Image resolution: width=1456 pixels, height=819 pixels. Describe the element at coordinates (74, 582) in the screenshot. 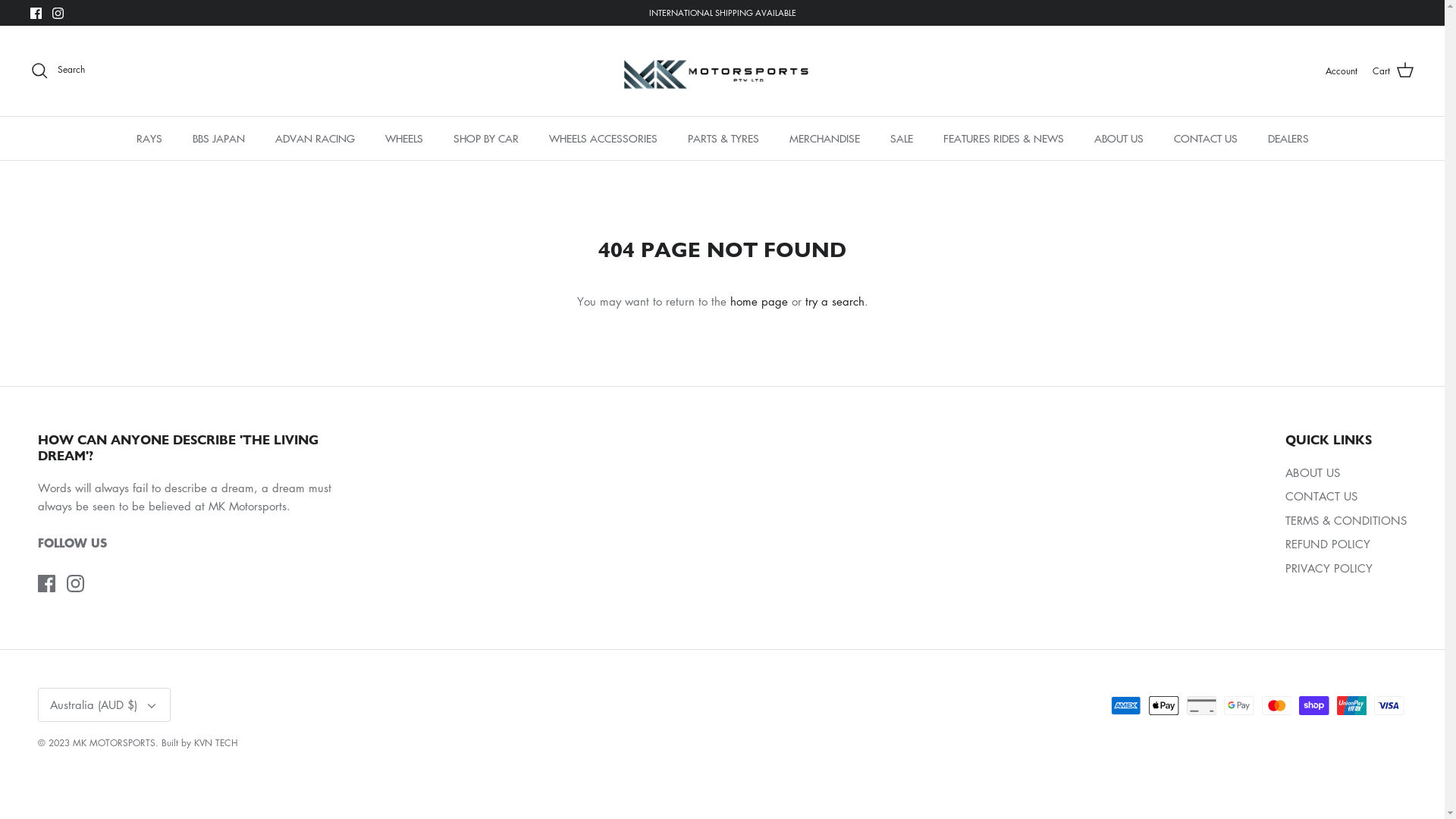

I see `'Instagram'` at that location.